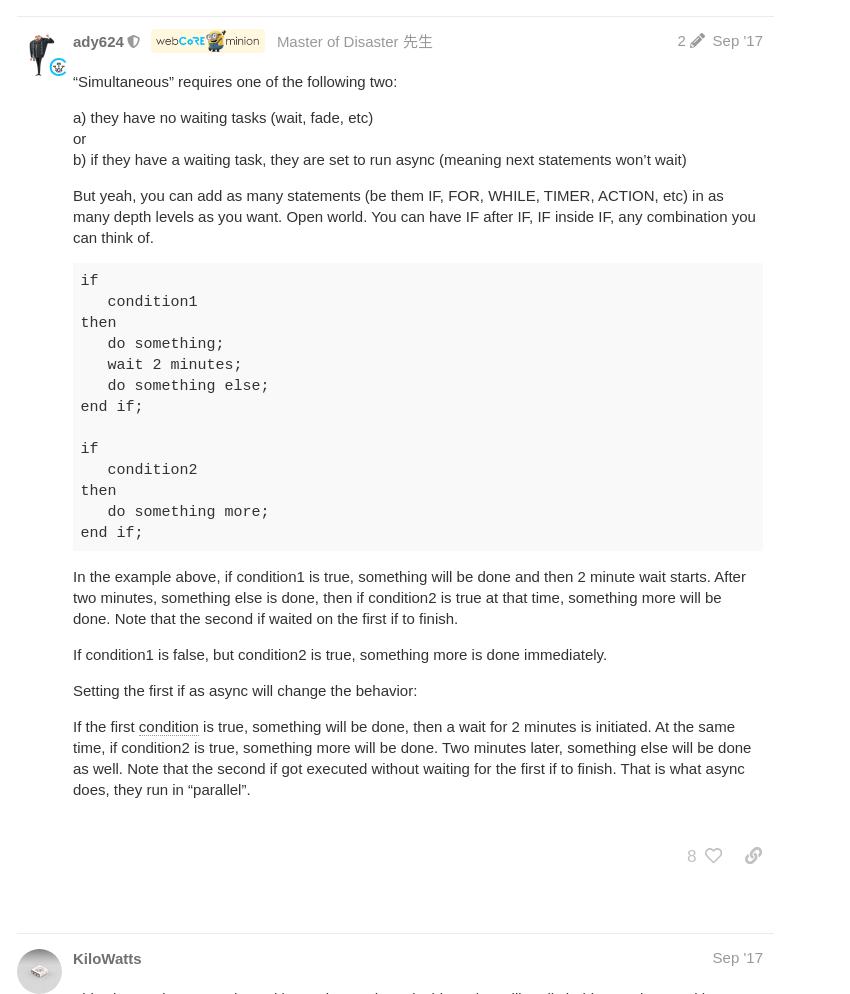 This screenshot has width=850, height=994. I want to click on 'or', so click(79, 137).